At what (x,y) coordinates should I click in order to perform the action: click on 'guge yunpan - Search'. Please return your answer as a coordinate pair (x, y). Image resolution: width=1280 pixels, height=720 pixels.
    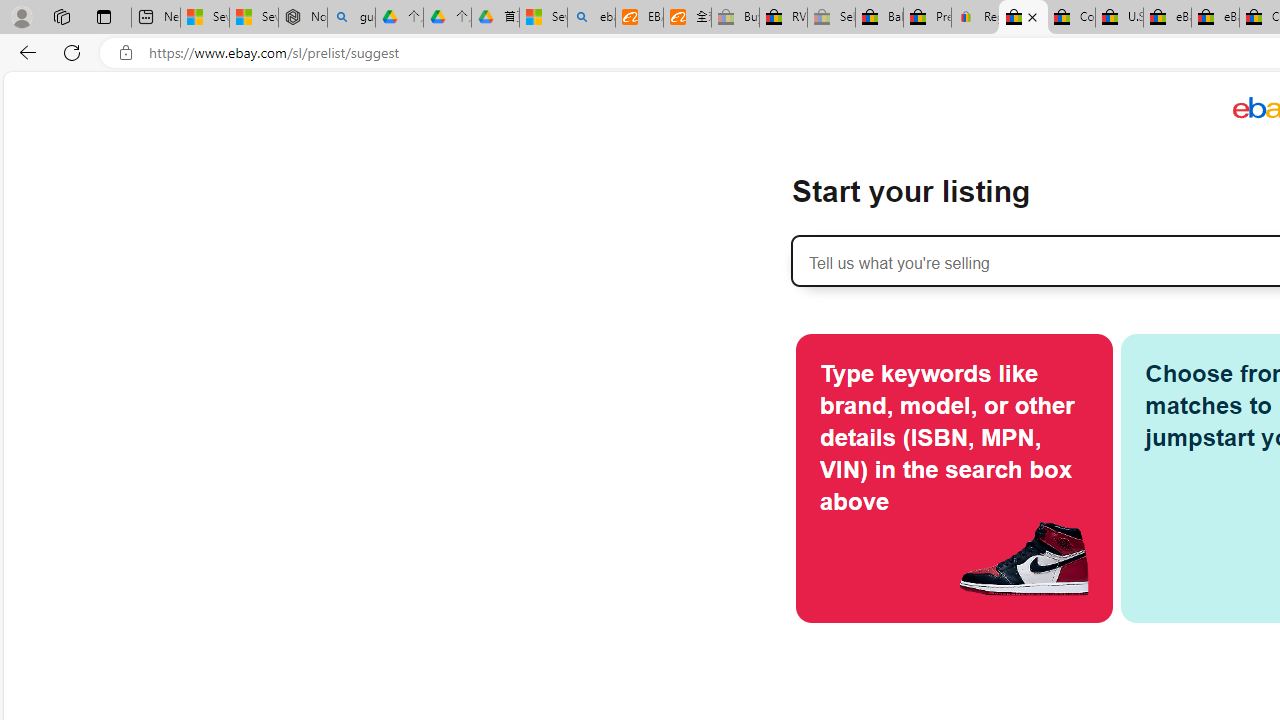
    Looking at the image, I should click on (351, 17).